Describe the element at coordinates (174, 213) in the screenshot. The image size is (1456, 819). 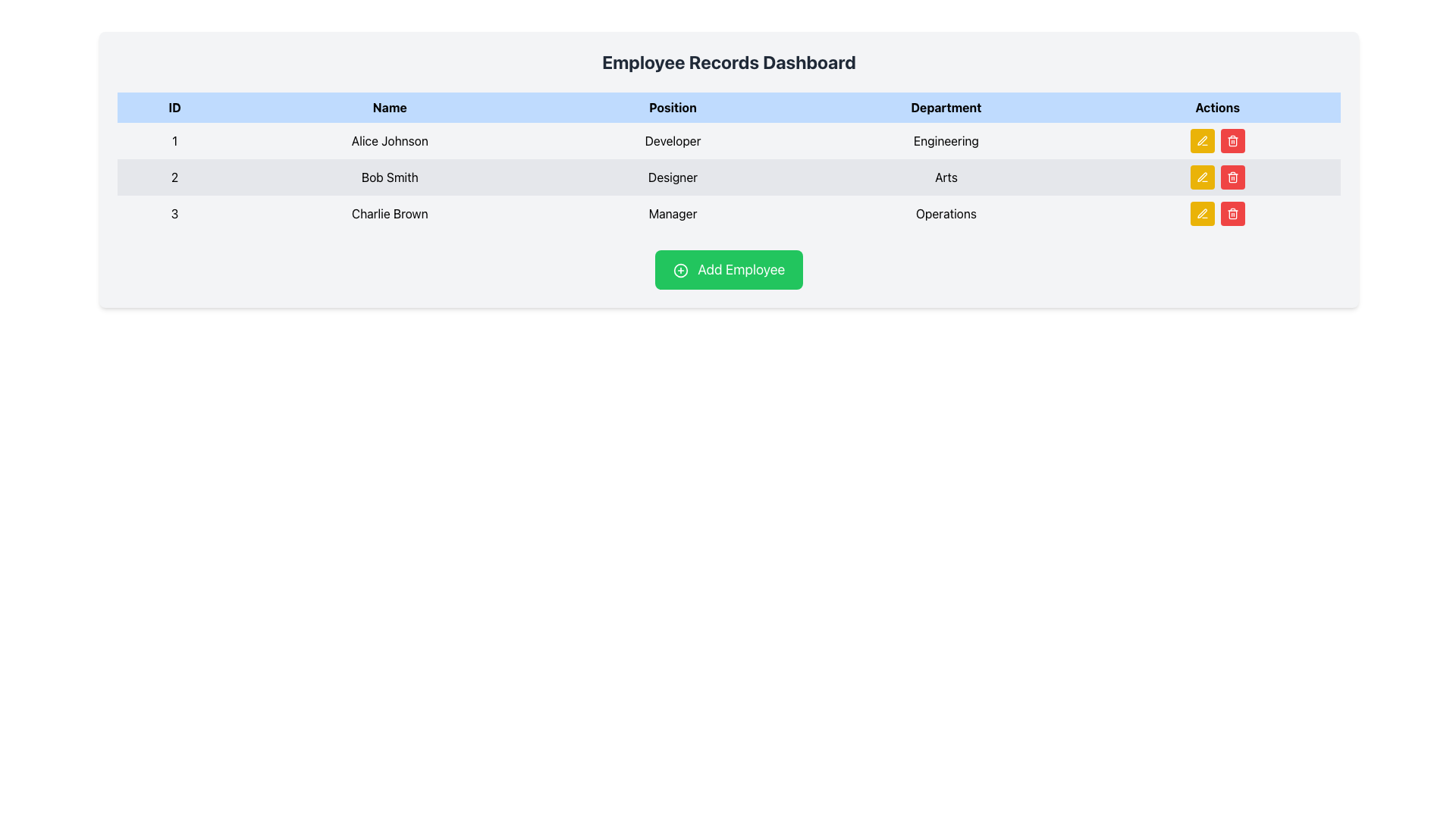
I see `the numerical identifier '3' which is styled in bold and centered, located in the first column of the row corresponding to 'Charlie Brown' in the table` at that location.